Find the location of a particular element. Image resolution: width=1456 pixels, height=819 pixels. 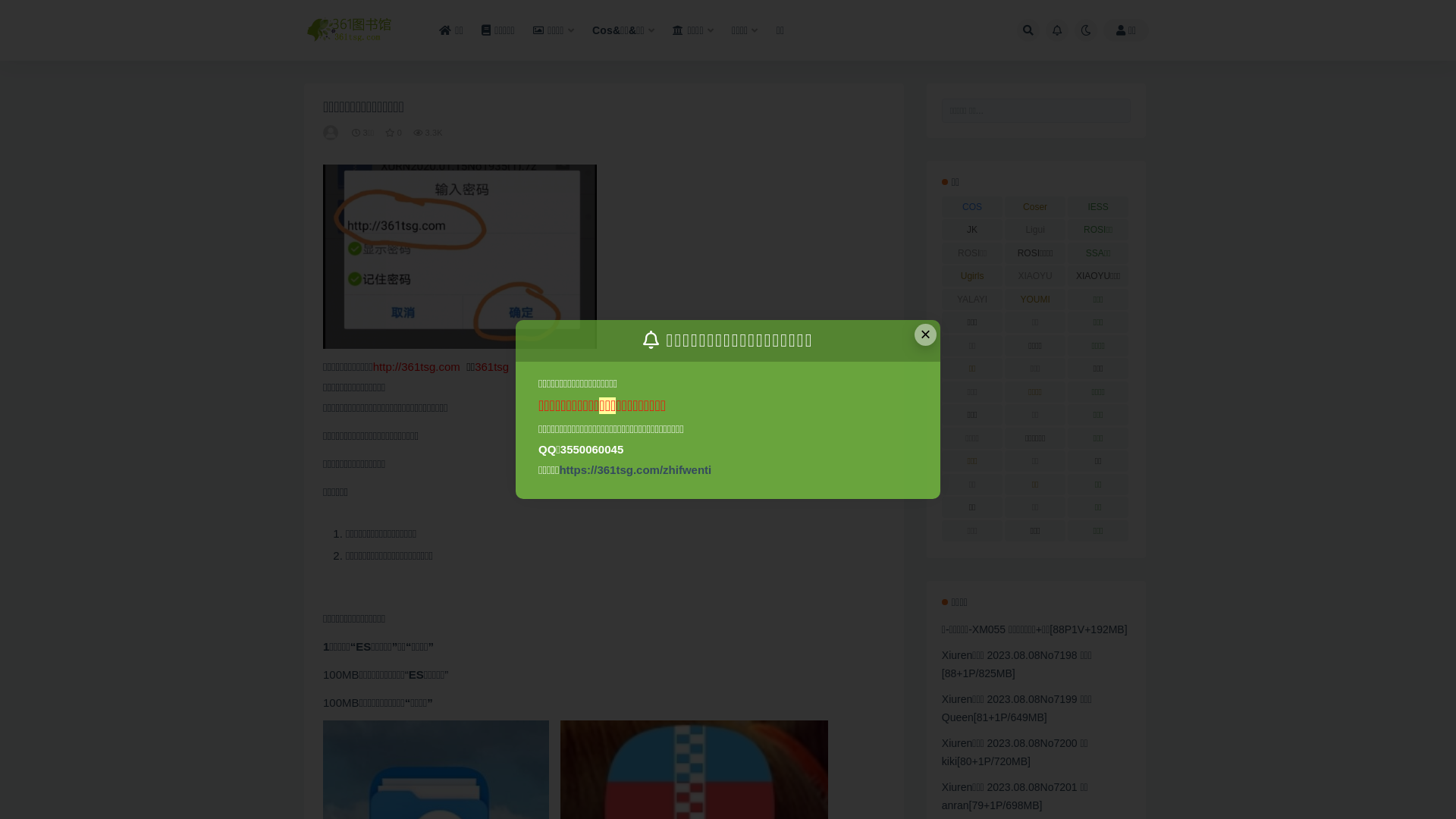

'Ugirls' is located at coordinates (972, 275).